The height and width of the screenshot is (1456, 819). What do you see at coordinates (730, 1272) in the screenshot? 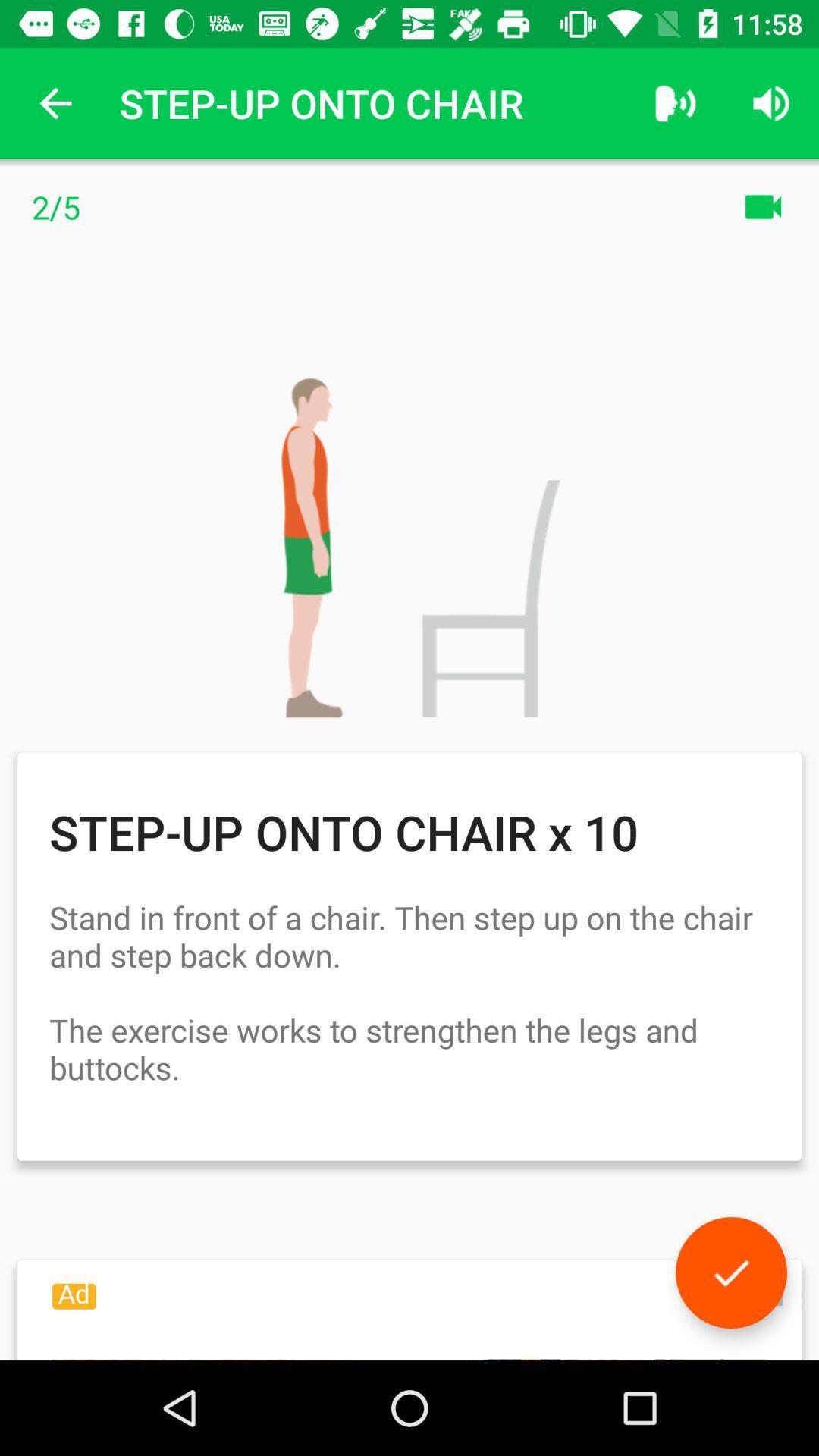
I see `the check icon` at bounding box center [730, 1272].